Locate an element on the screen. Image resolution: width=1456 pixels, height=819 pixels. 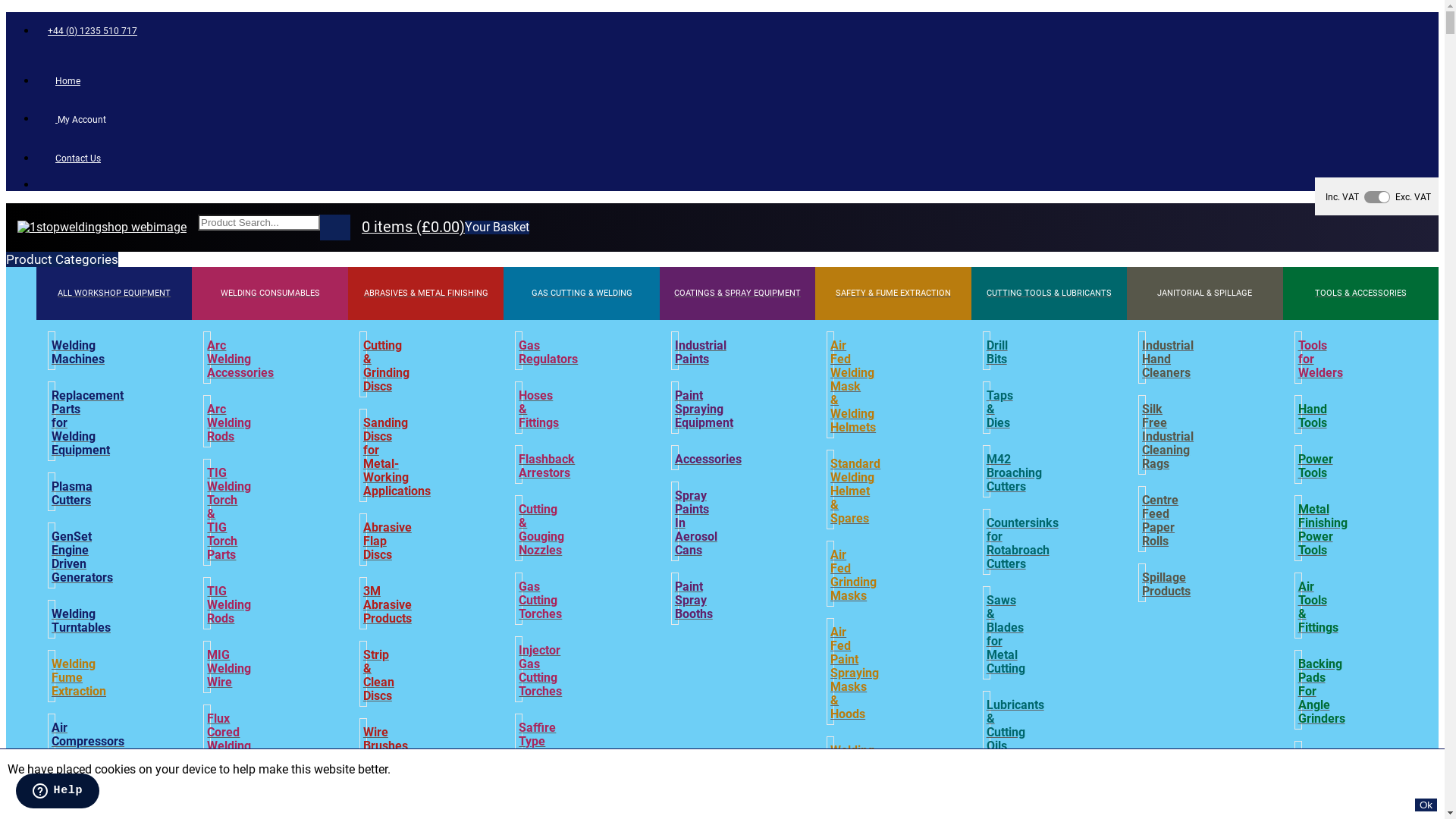
'Replacement Parts for Welding Equipment' is located at coordinates (51, 423).